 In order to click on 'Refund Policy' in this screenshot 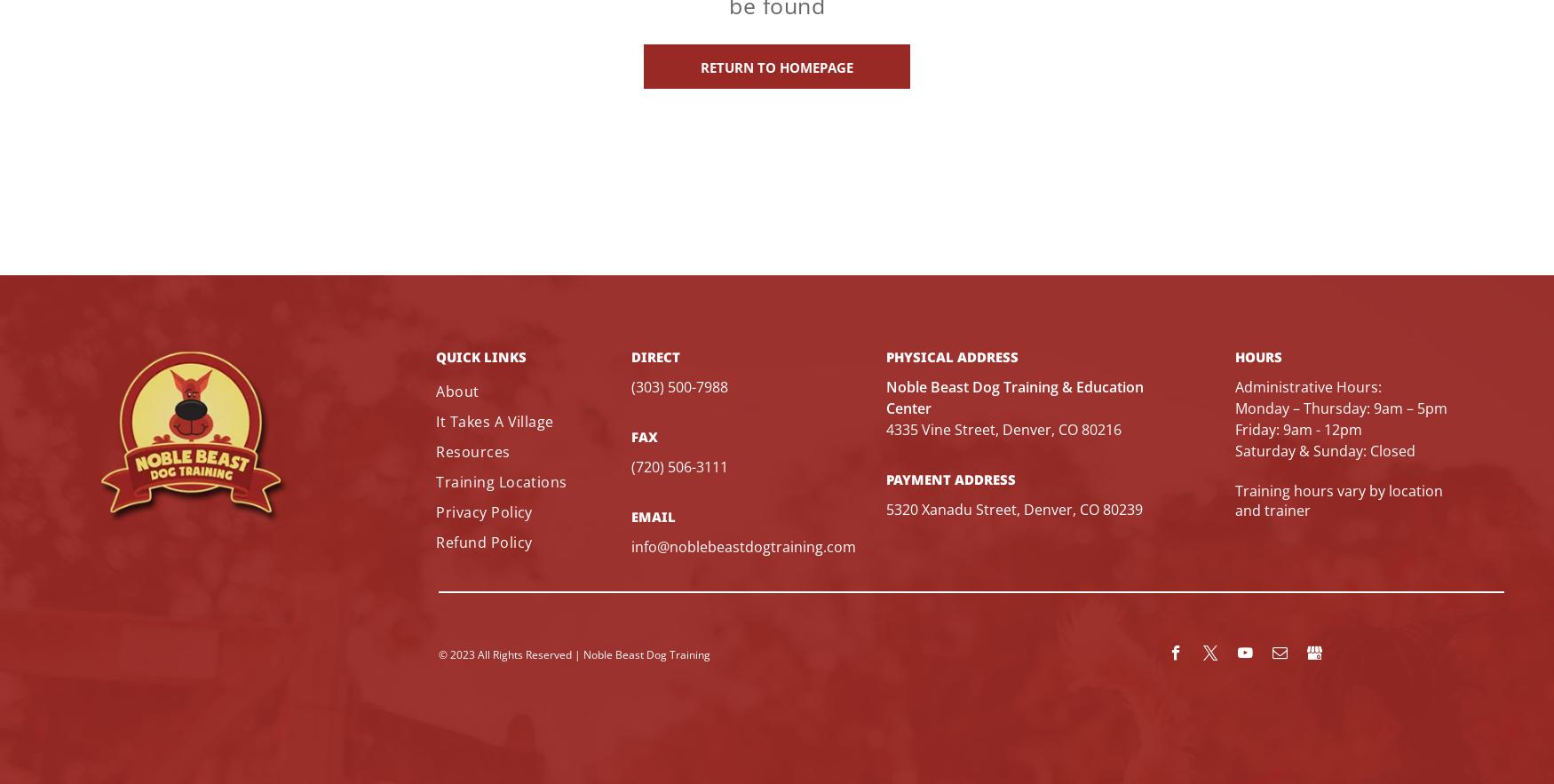, I will do `click(482, 540)`.